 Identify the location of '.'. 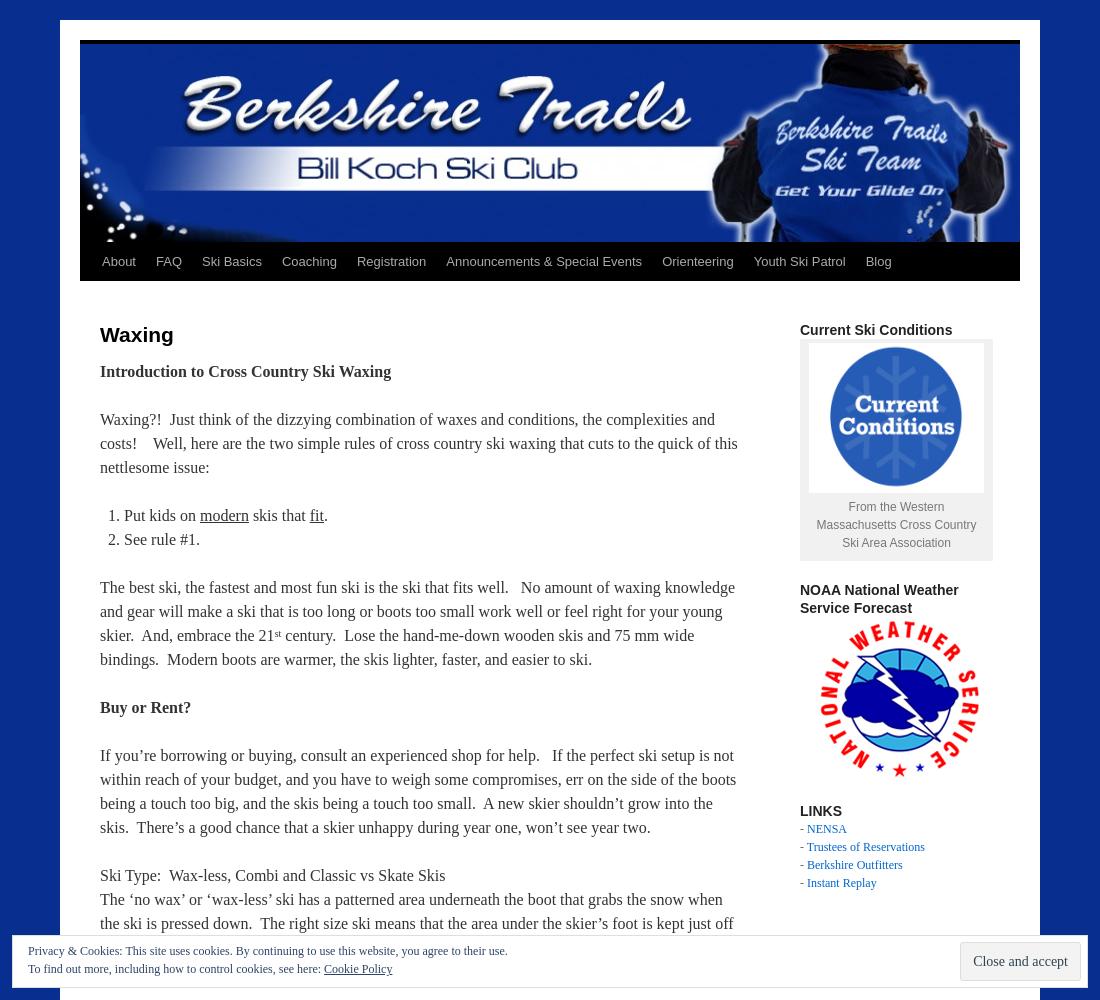
(325, 515).